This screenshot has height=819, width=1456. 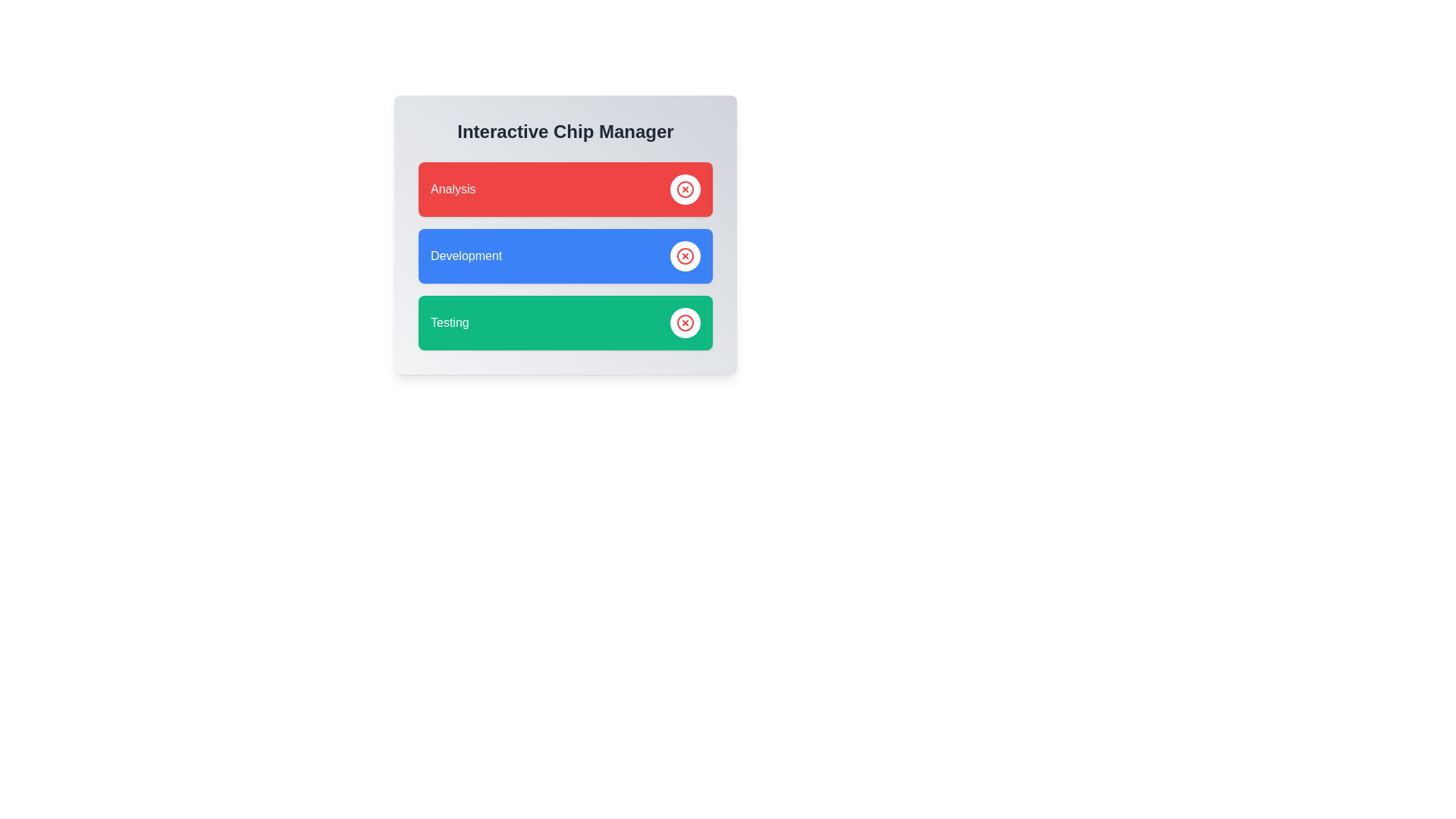 I want to click on close button on the 'Testing' chip to remove it, so click(x=684, y=322).